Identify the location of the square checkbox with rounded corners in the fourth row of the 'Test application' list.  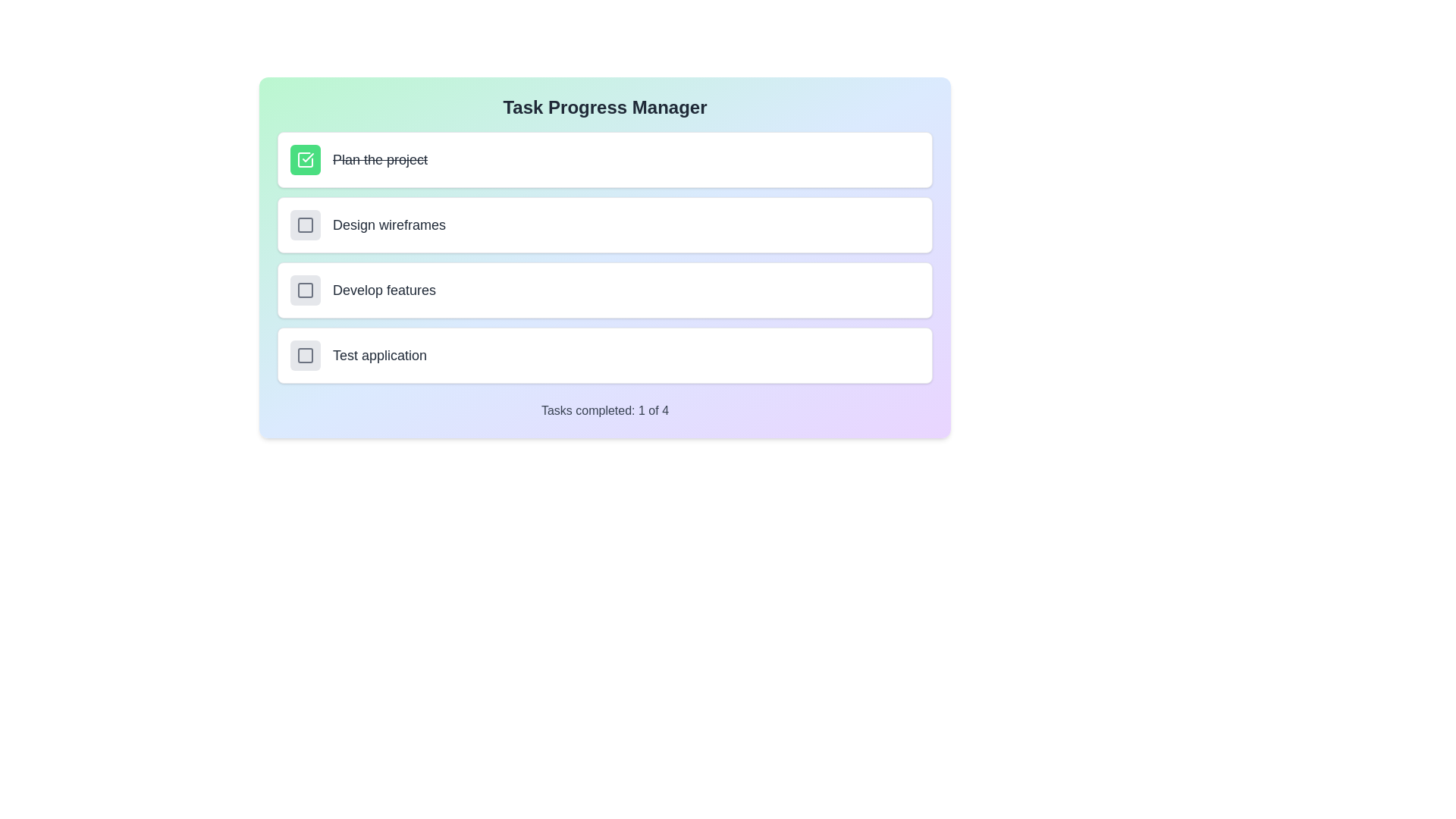
(305, 356).